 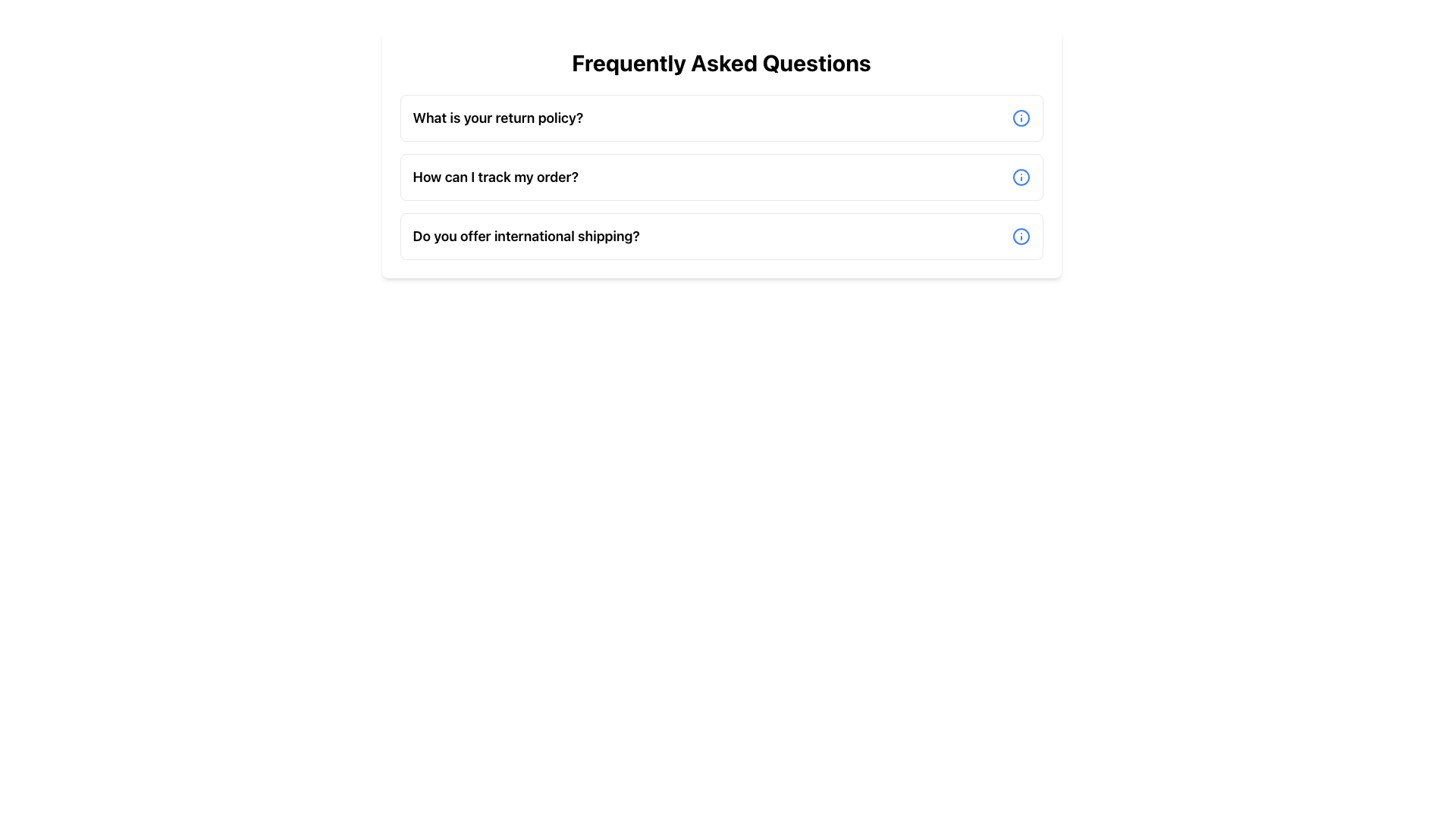 I want to click on the informational icon located at the far-right of the second question in the 'Frequently Asked Questions' section, so click(x=1021, y=177).